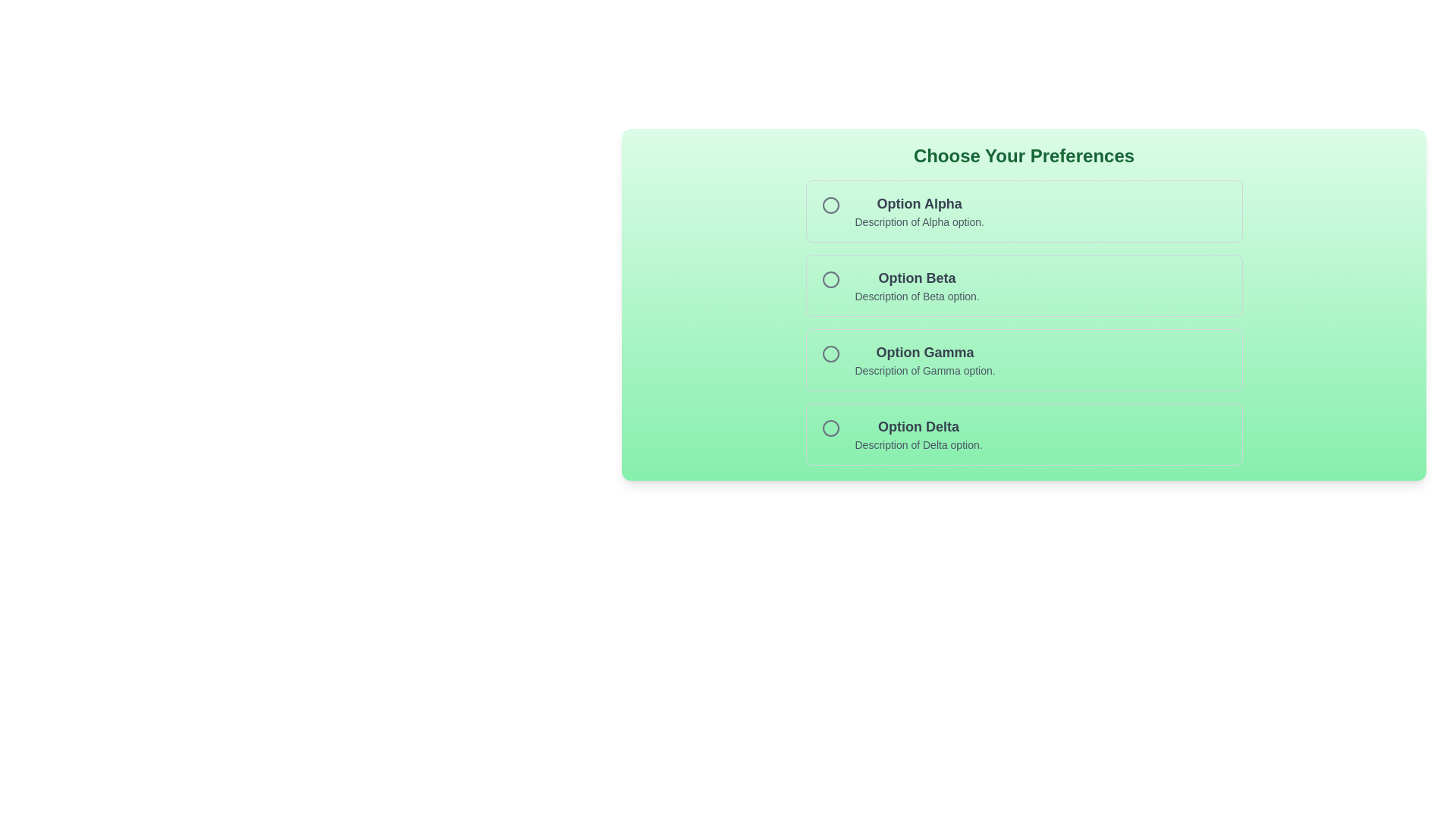  What do you see at coordinates (830, 205) in the screenshot?
I see `the circular radio button indicator` at bounding box center [830, 205].